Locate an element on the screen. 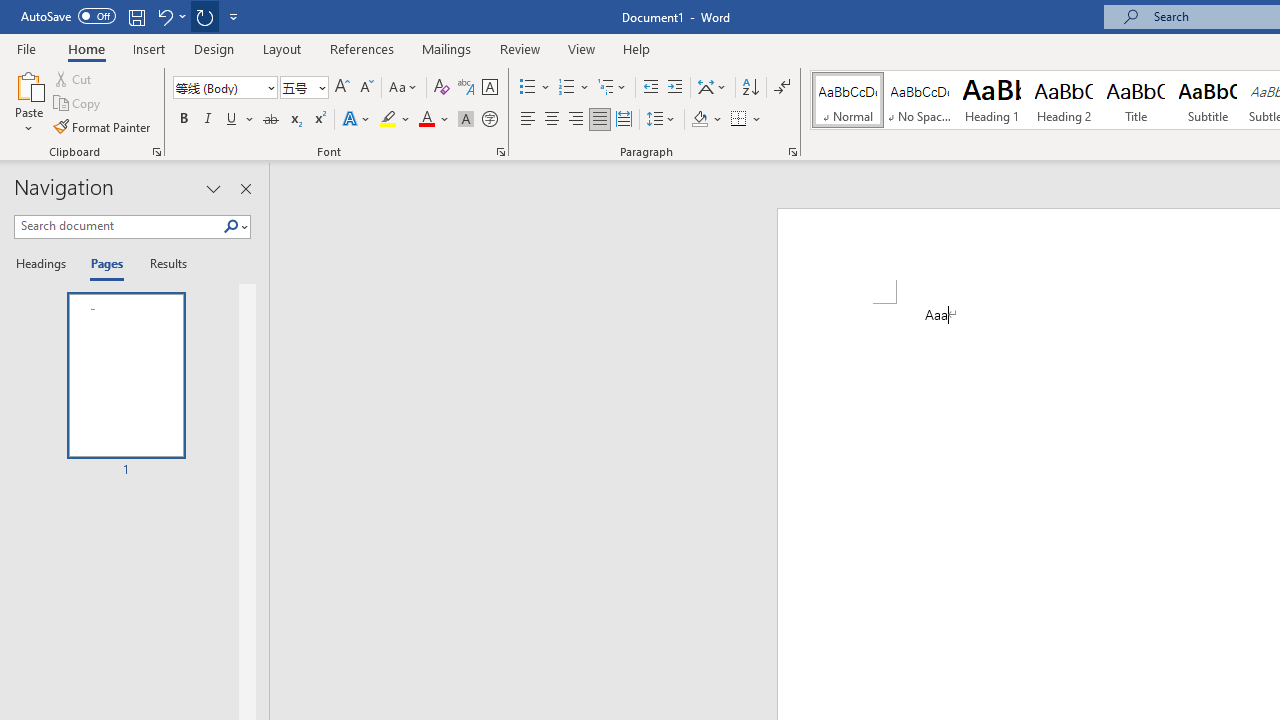 This screenshot has width=1280, height=720. 'Character Shading' is located at coordinates (464, 119).